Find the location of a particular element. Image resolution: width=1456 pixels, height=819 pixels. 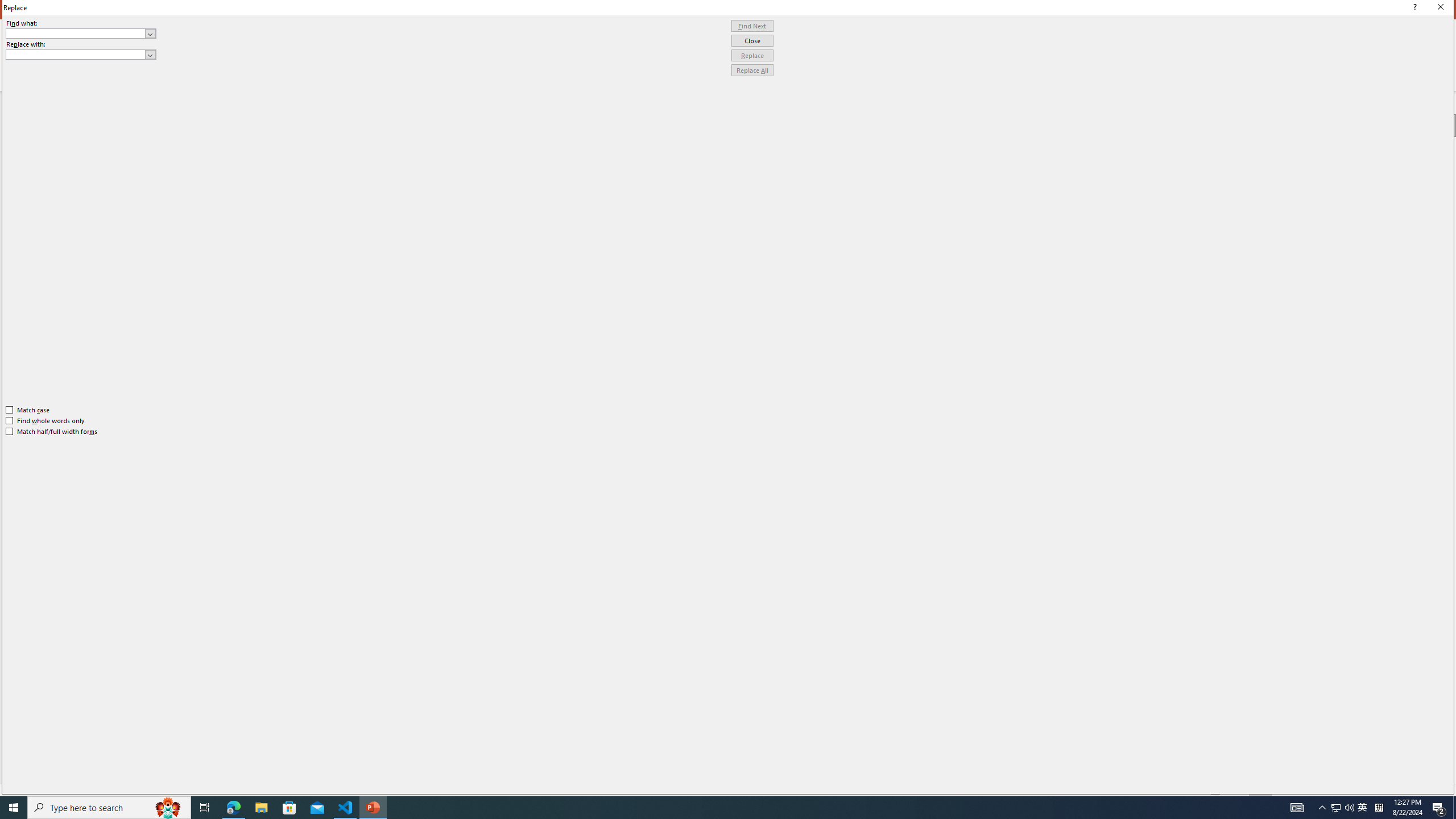

'Context help' is located at coordinates (1413, 9).